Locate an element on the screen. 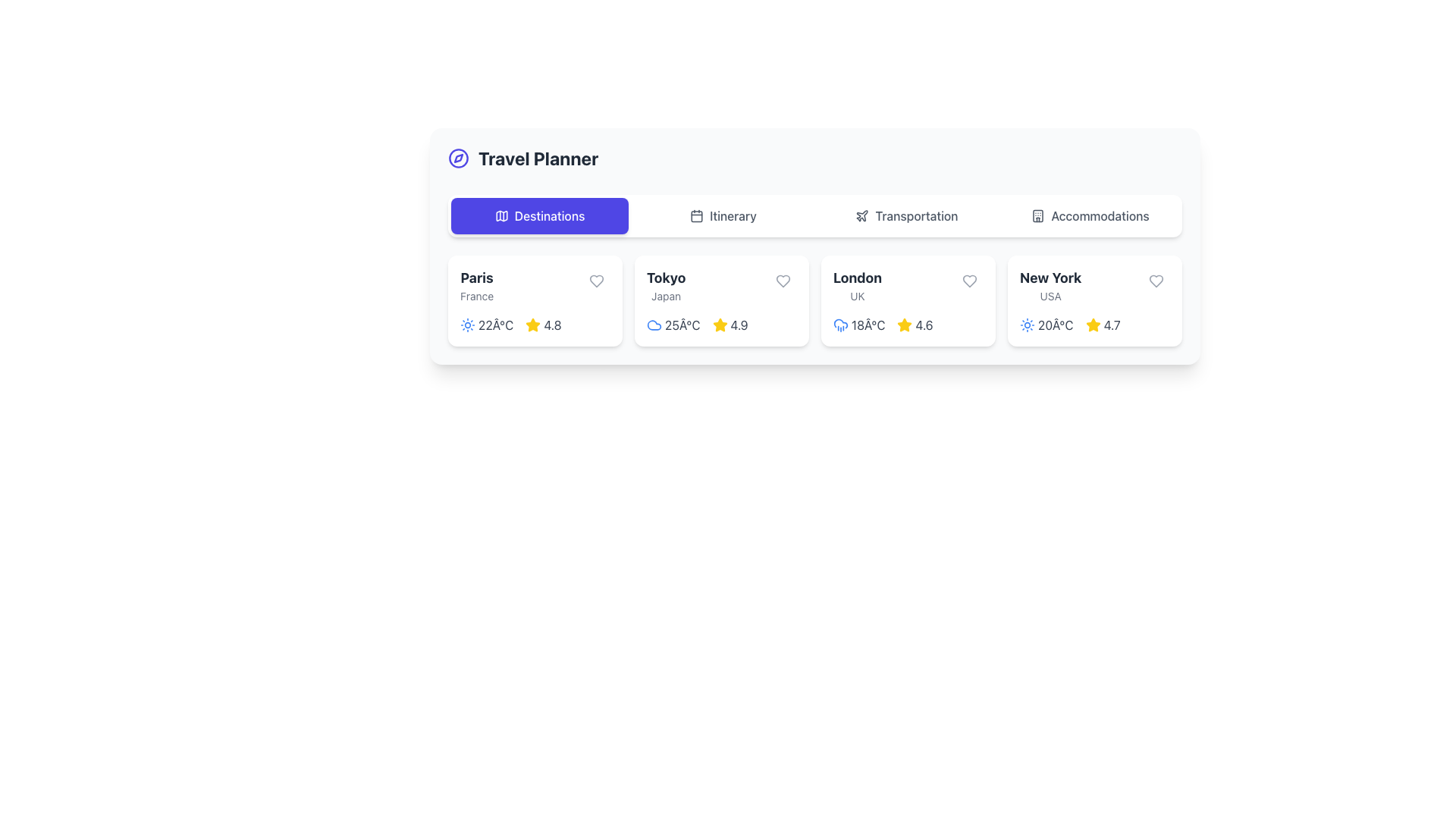 This screenshot has height=819, width=1456. the 'Itinerary' icon, which serves as a visual indicator for the 'Itinerary' navigation button, located to the left of the 'Itinerary' text is located at coordinates (696, 216).